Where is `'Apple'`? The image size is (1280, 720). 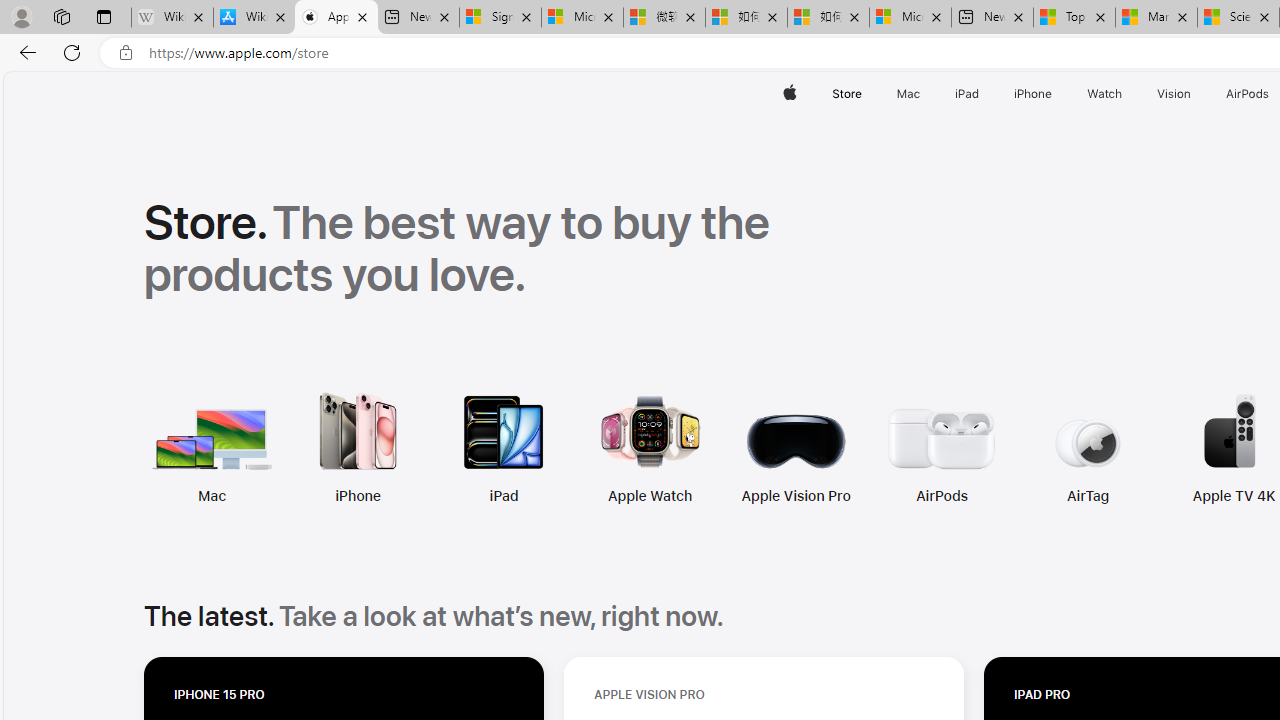
'Apple' is located at coordinates (788, 93).